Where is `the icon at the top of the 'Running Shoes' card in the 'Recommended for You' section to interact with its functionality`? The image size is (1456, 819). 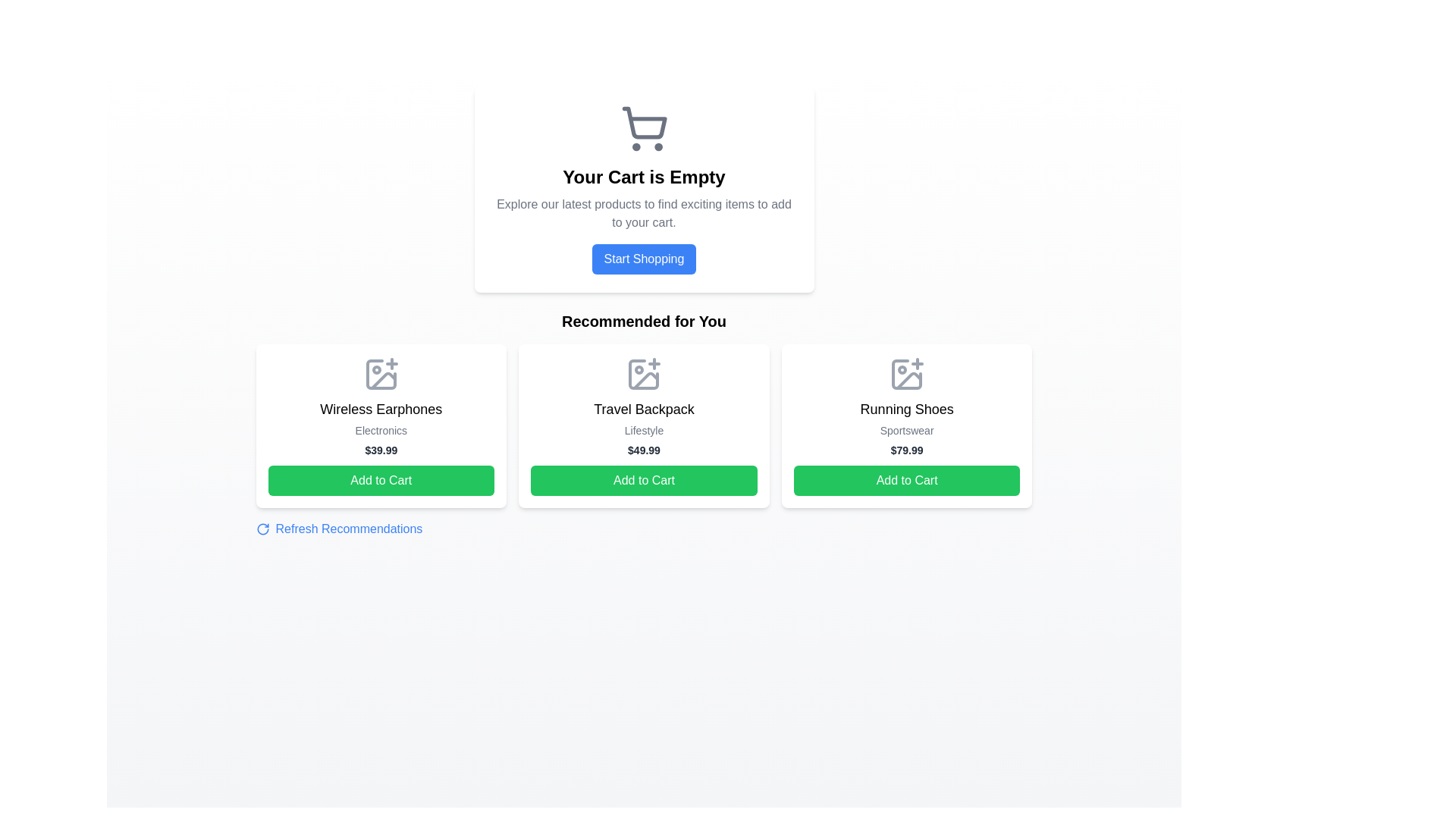 the icon at the top of the 'Running Shoes' card in the 'Recommended for You' section to interact with its functionality is located at coordinates (907, 374).